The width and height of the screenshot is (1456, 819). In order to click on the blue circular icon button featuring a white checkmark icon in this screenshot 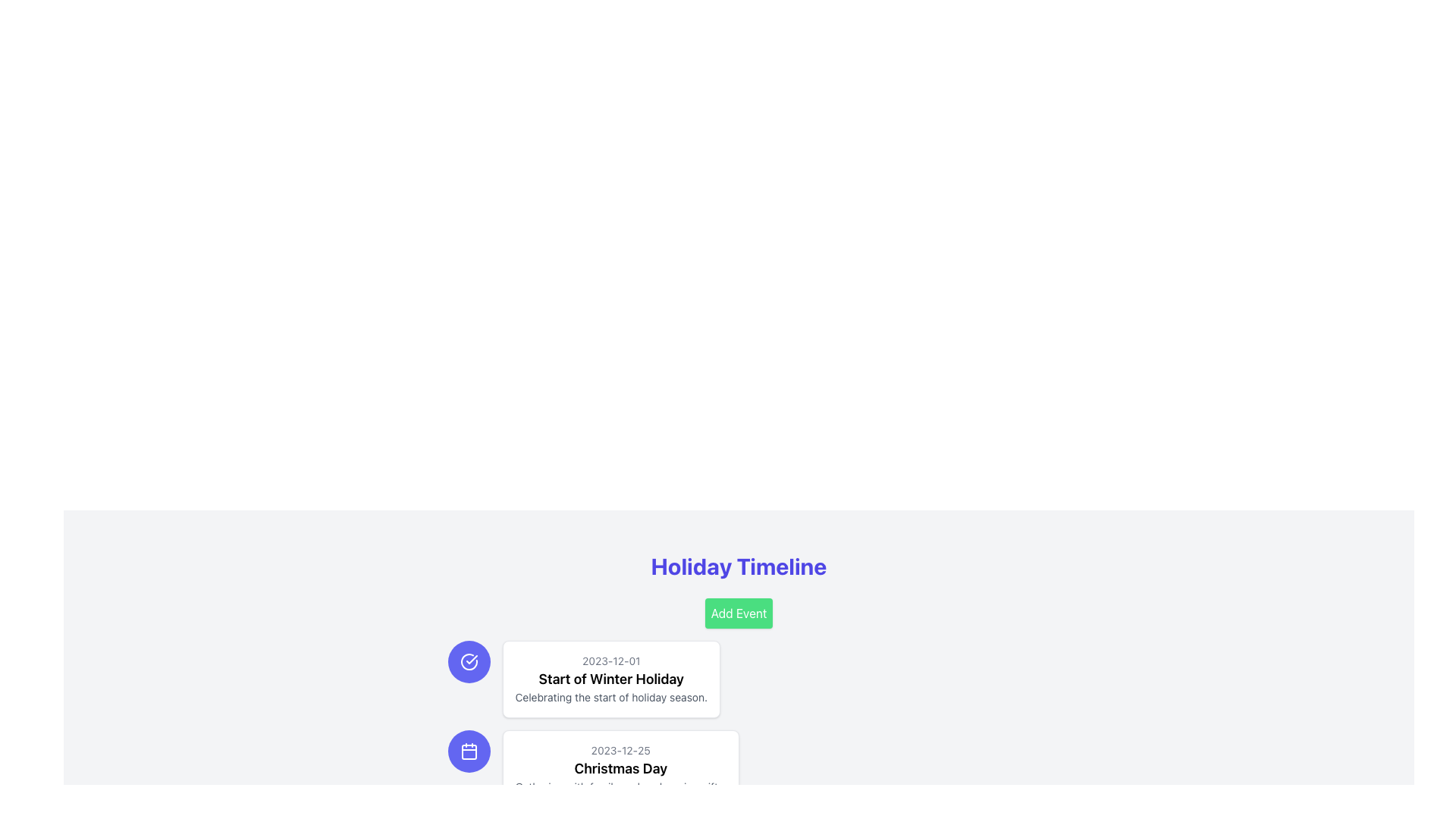, I will do `click(468, 661)`.